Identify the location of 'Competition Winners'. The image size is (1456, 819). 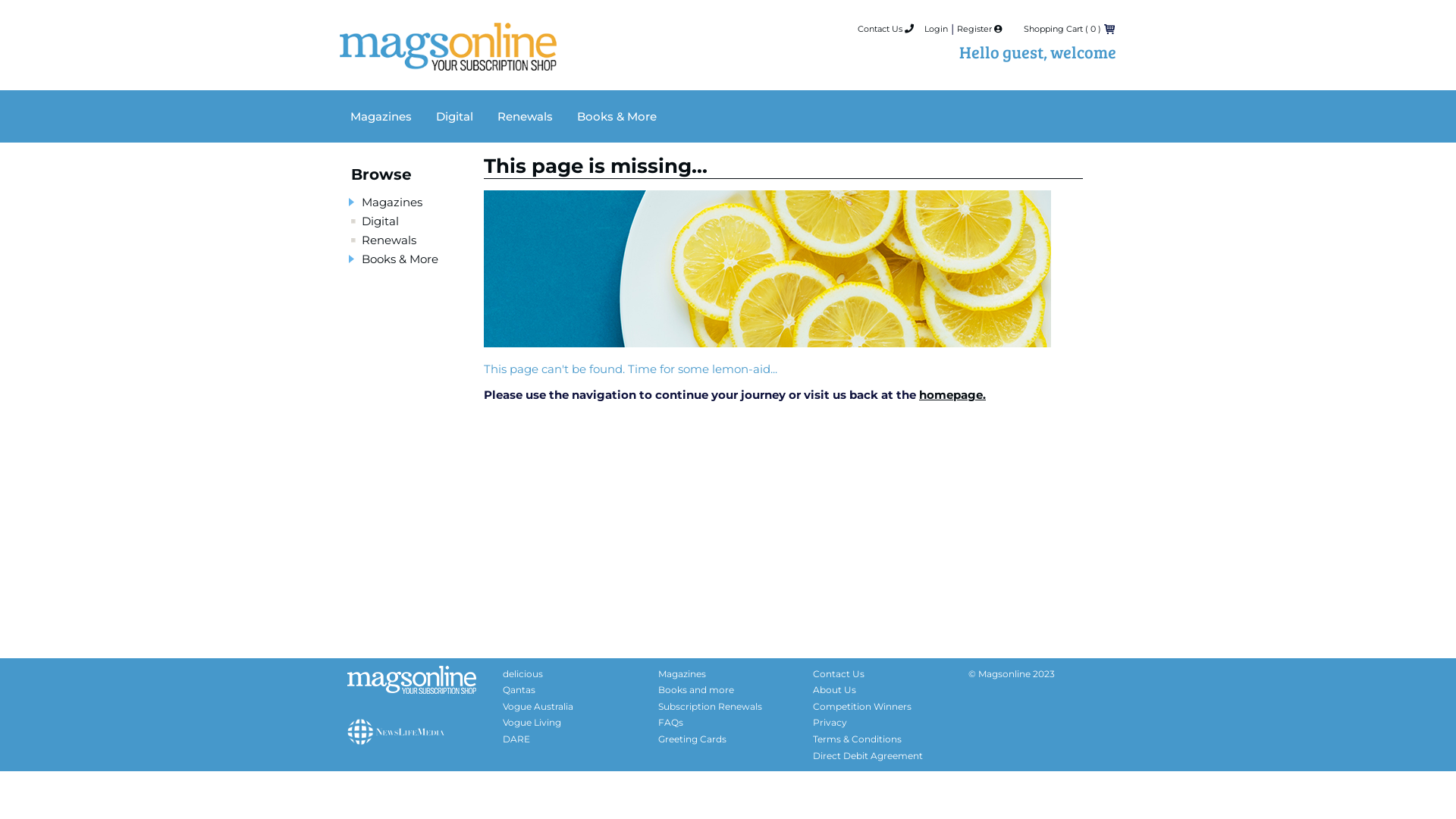
(862, 706).